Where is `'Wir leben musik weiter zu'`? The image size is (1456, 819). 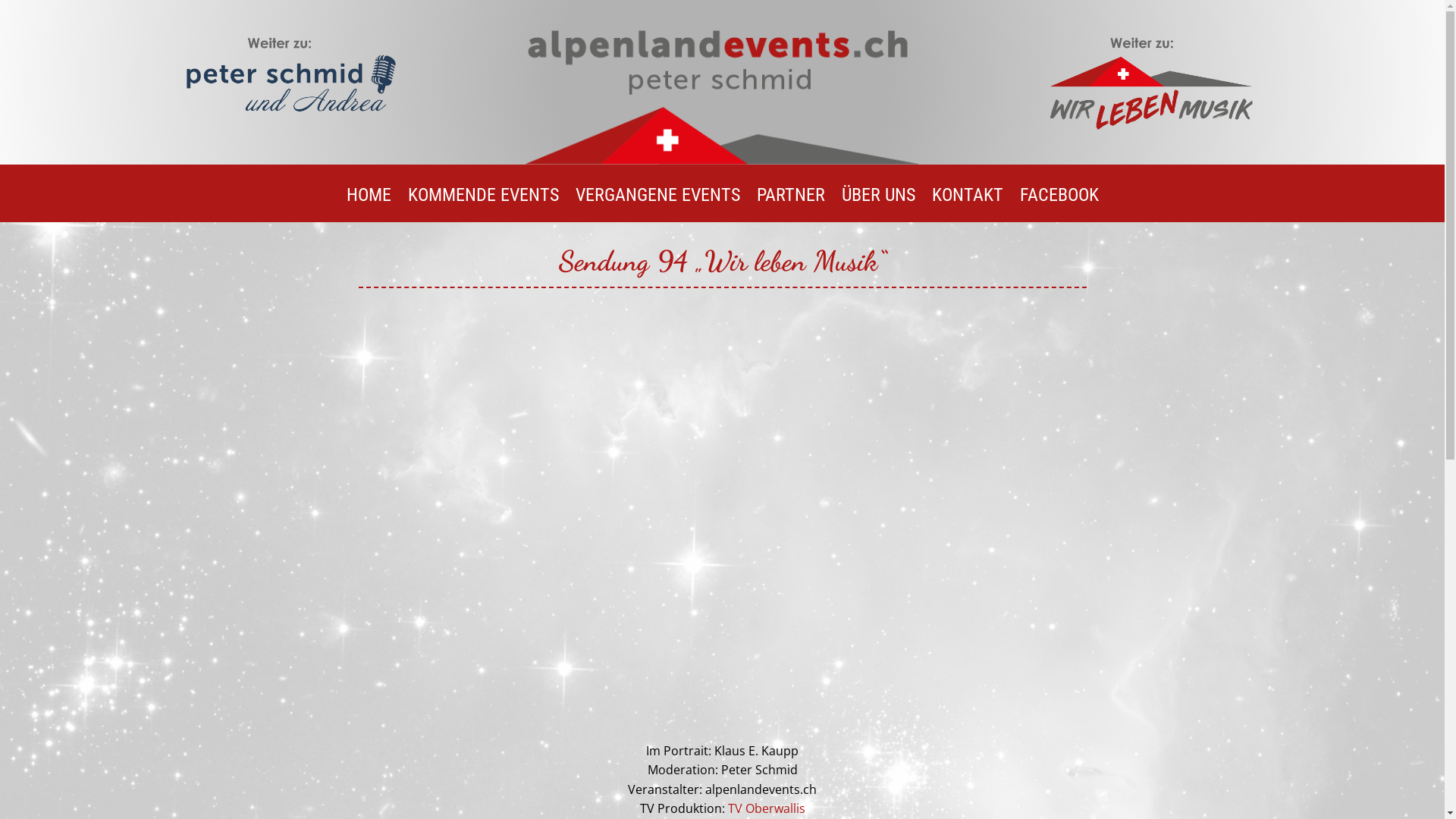
'Wir leben musik weiter zu' is located at coordinates (1153, 80).